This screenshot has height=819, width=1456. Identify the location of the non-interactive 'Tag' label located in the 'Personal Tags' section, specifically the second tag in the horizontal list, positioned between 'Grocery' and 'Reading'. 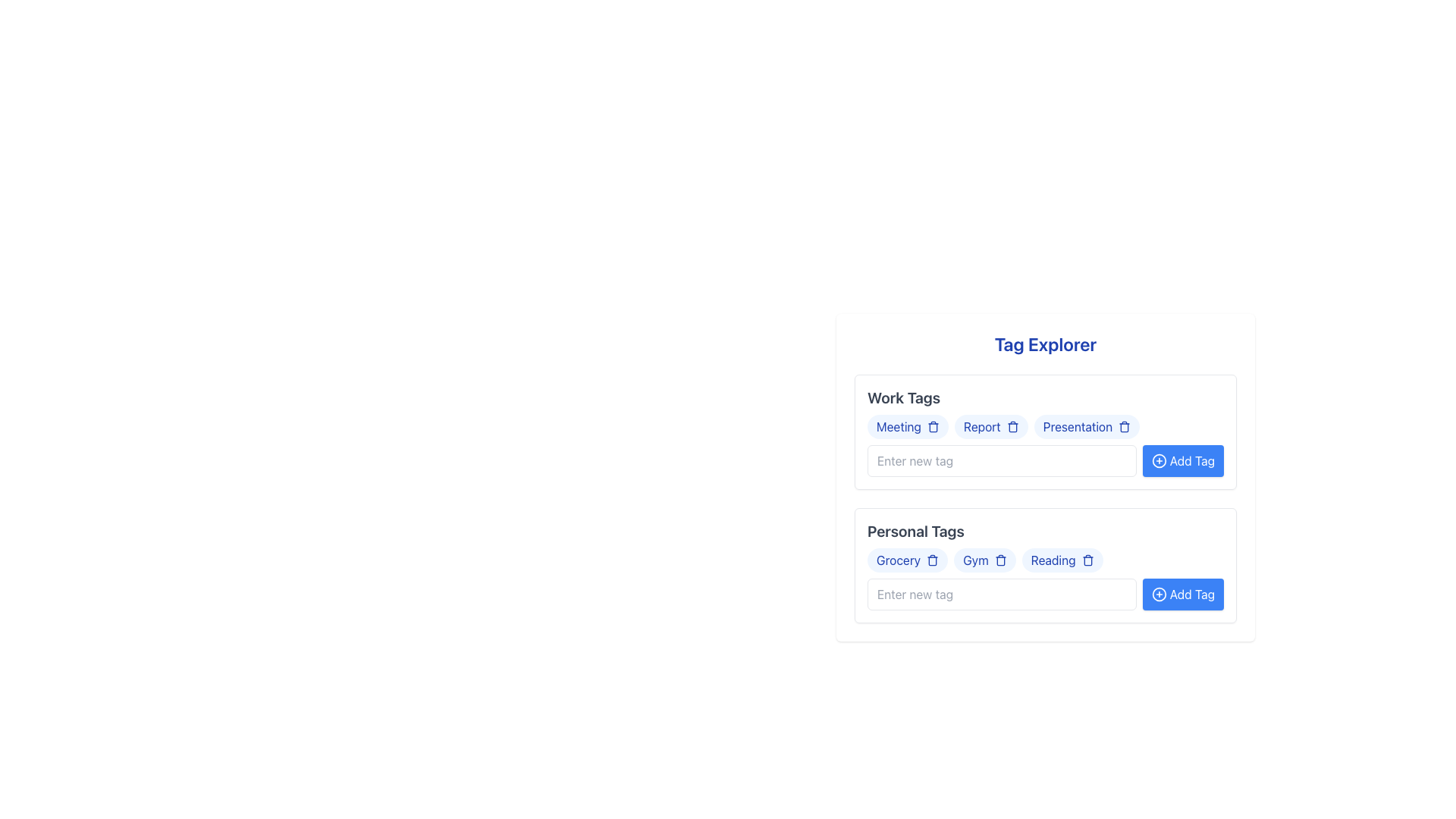
(984, 560).